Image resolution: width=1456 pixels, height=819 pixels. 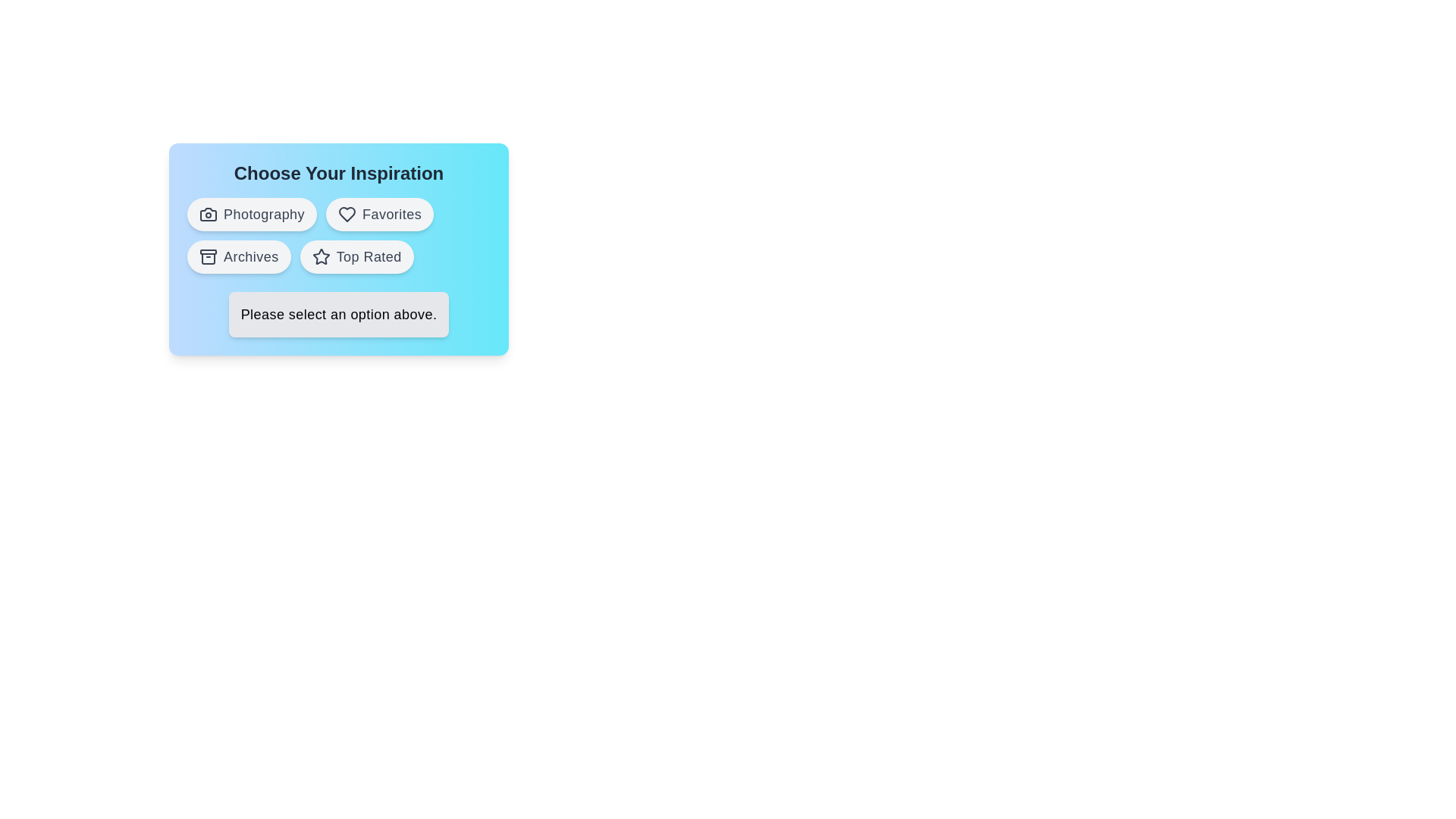 What do you see at coordinates (251, 256) in the screenshot?
I see `the 'Archives' button by clicking on the label that represents it, which is visually centered within the rounded rectangular button` at bounding box center [251, 256].